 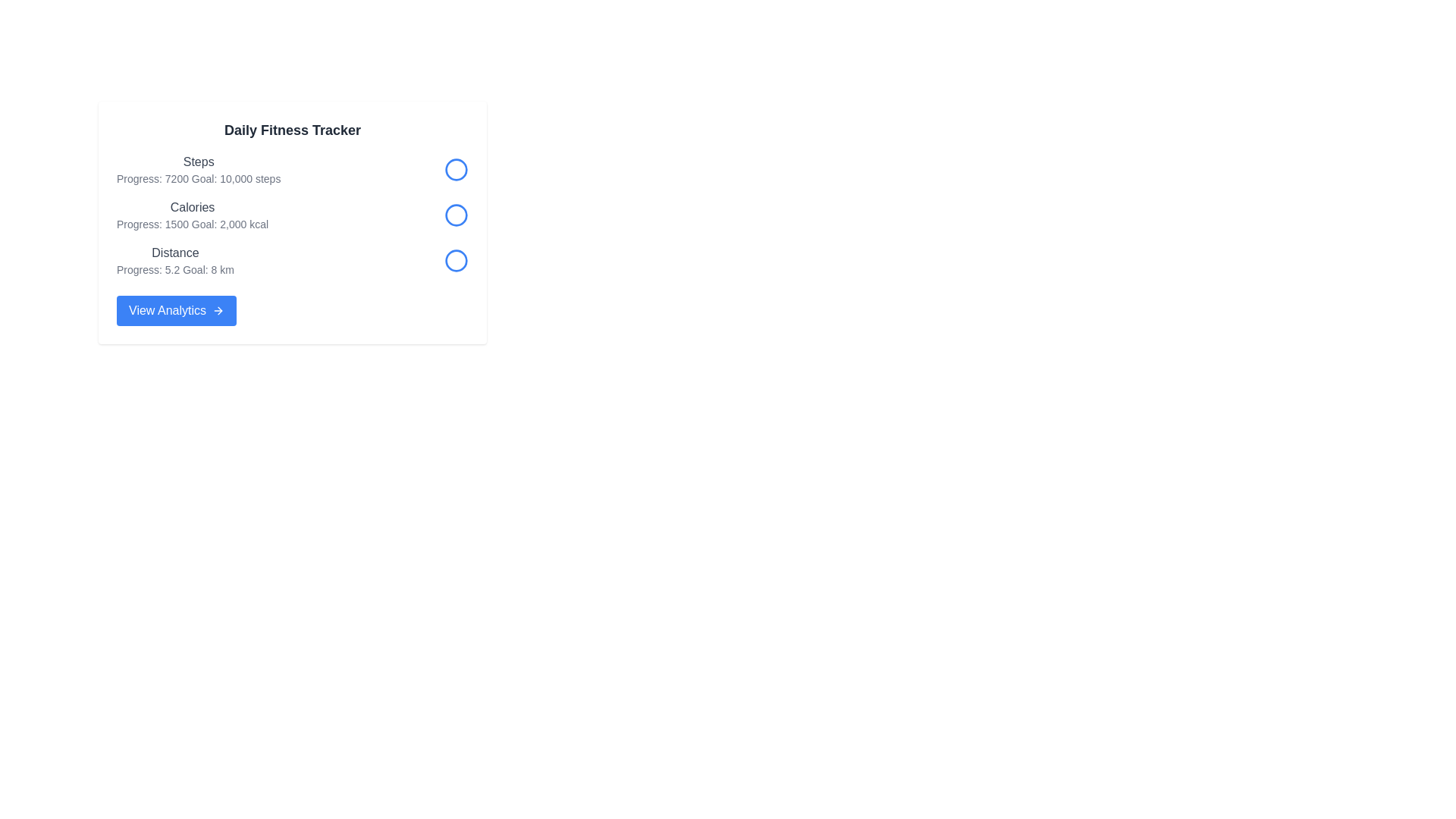 I want to click on calorie tracking information displayed in the second TextBlockWithIcon within the 'Daily Fitness Tracker' card, located below the 'Steps' entry and above the 'Distance' entry, so click(x=292, y=215).